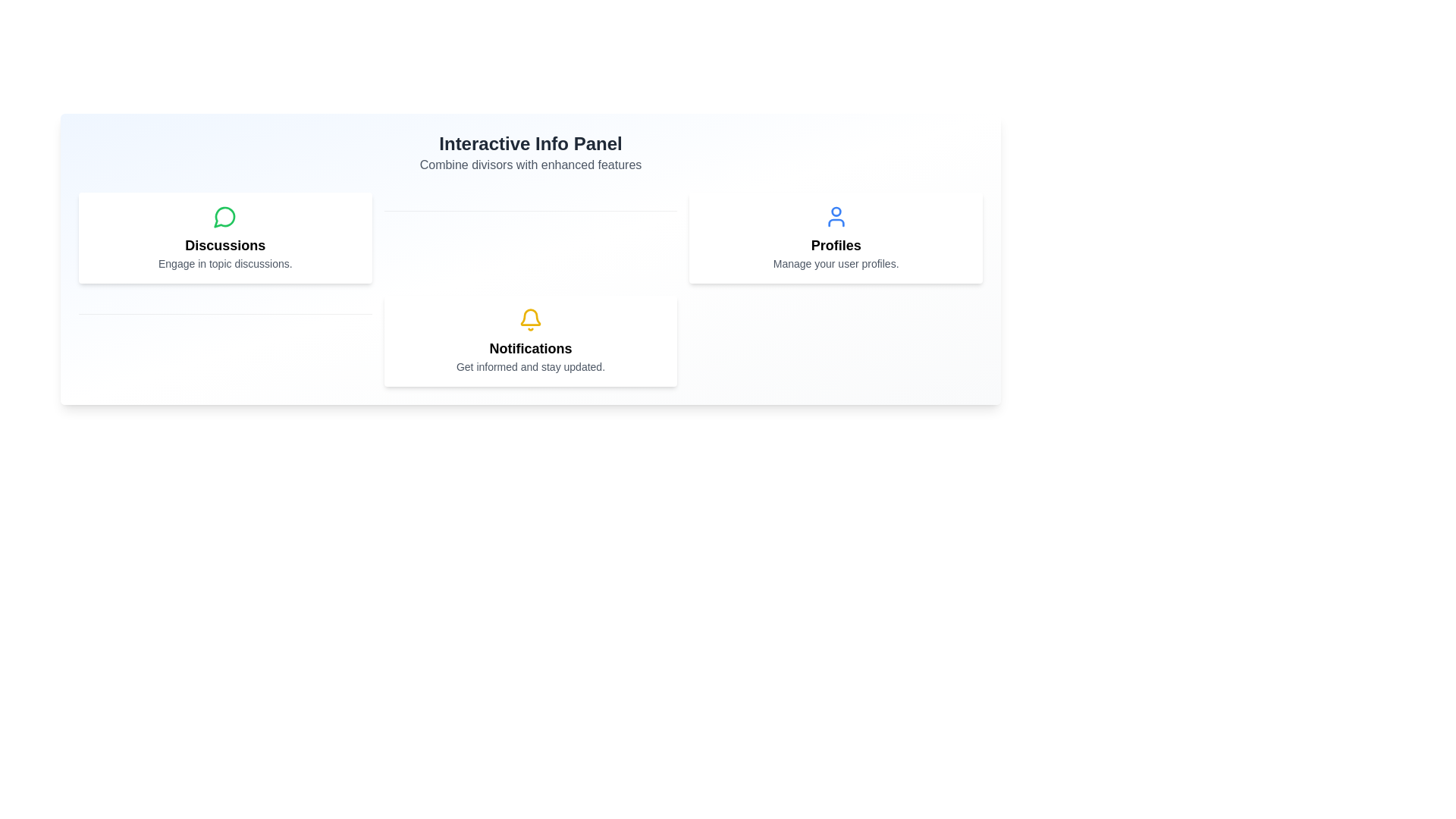 This screenshot has width=1456, height=819. What do you see at coordinates (531, 318) in the screenshot?
I see `the yellow outlined bell-shaped notification icon, which is located on the white card labeled 'Notifications' in the lower part of the main interface, positioned above the text 'Get informed and stay updated.'` at bounding box center [531, 318].